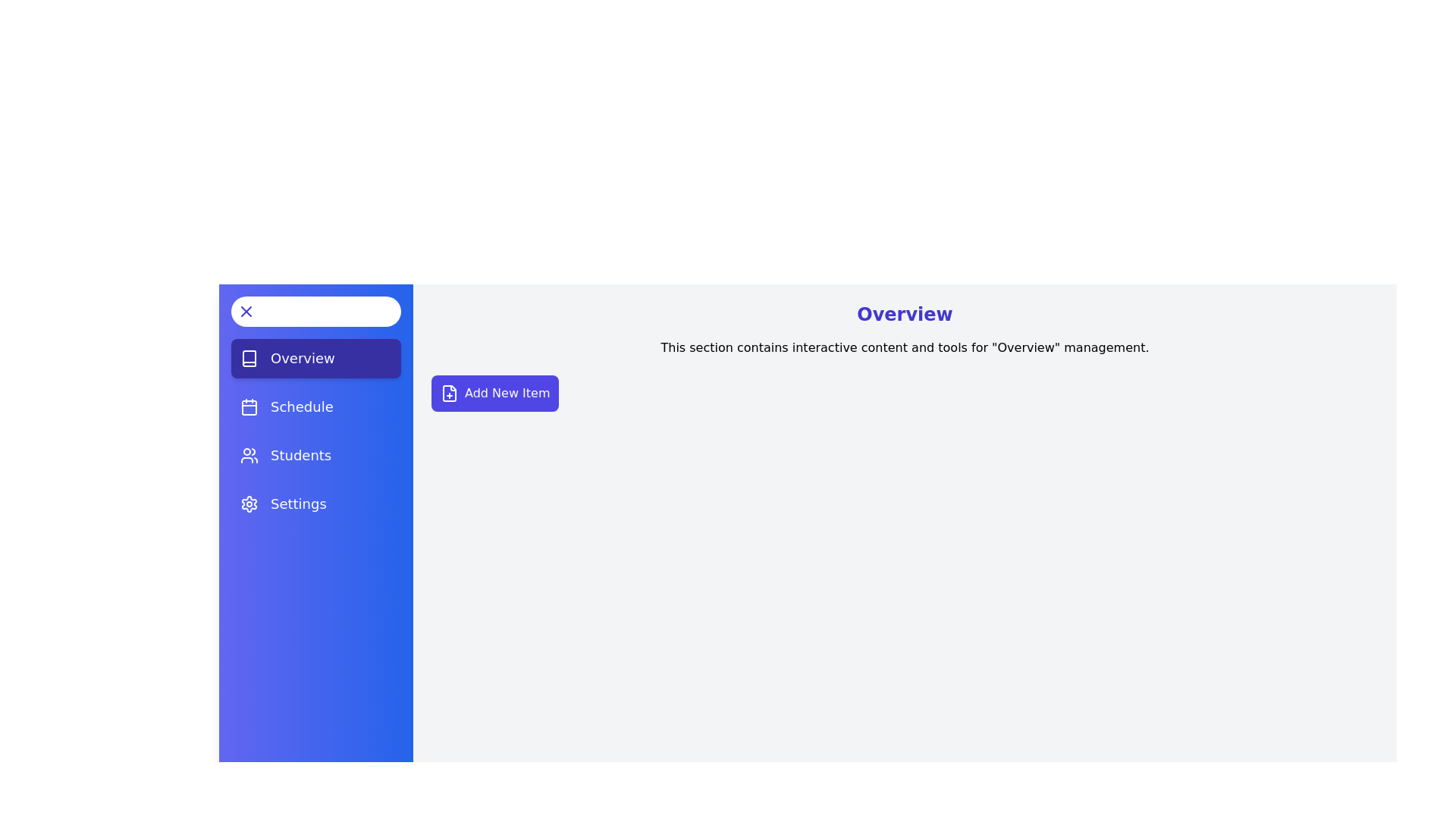 This screenshot has width=1456, height=819. What do you see at coordinates (315, 406) in the screenshot?
I see `the section Schedule from the navigation drawer` at bounding box center [315, 406].